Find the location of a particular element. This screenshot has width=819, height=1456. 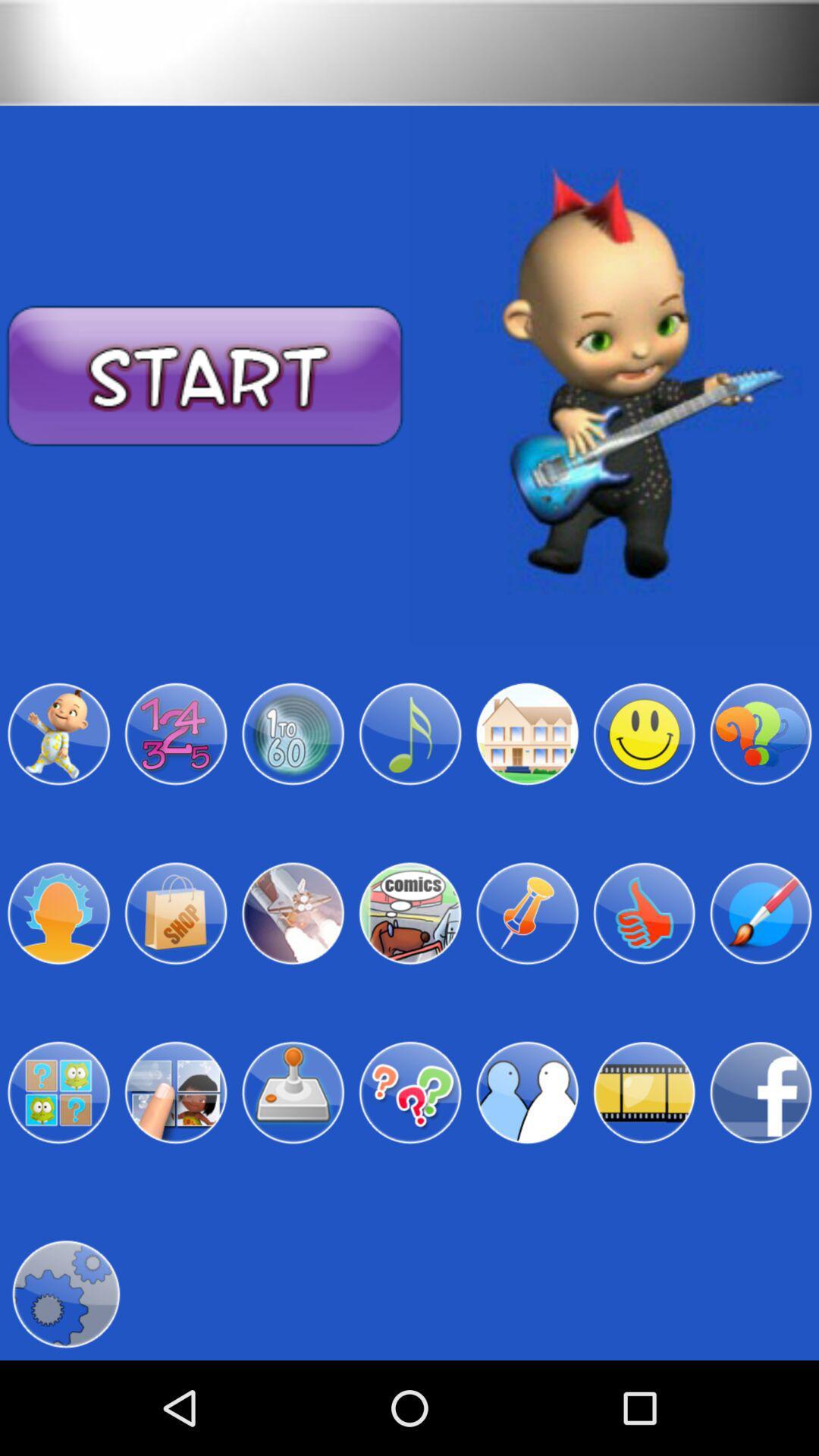

open app is located at coordinates (409, 1093).